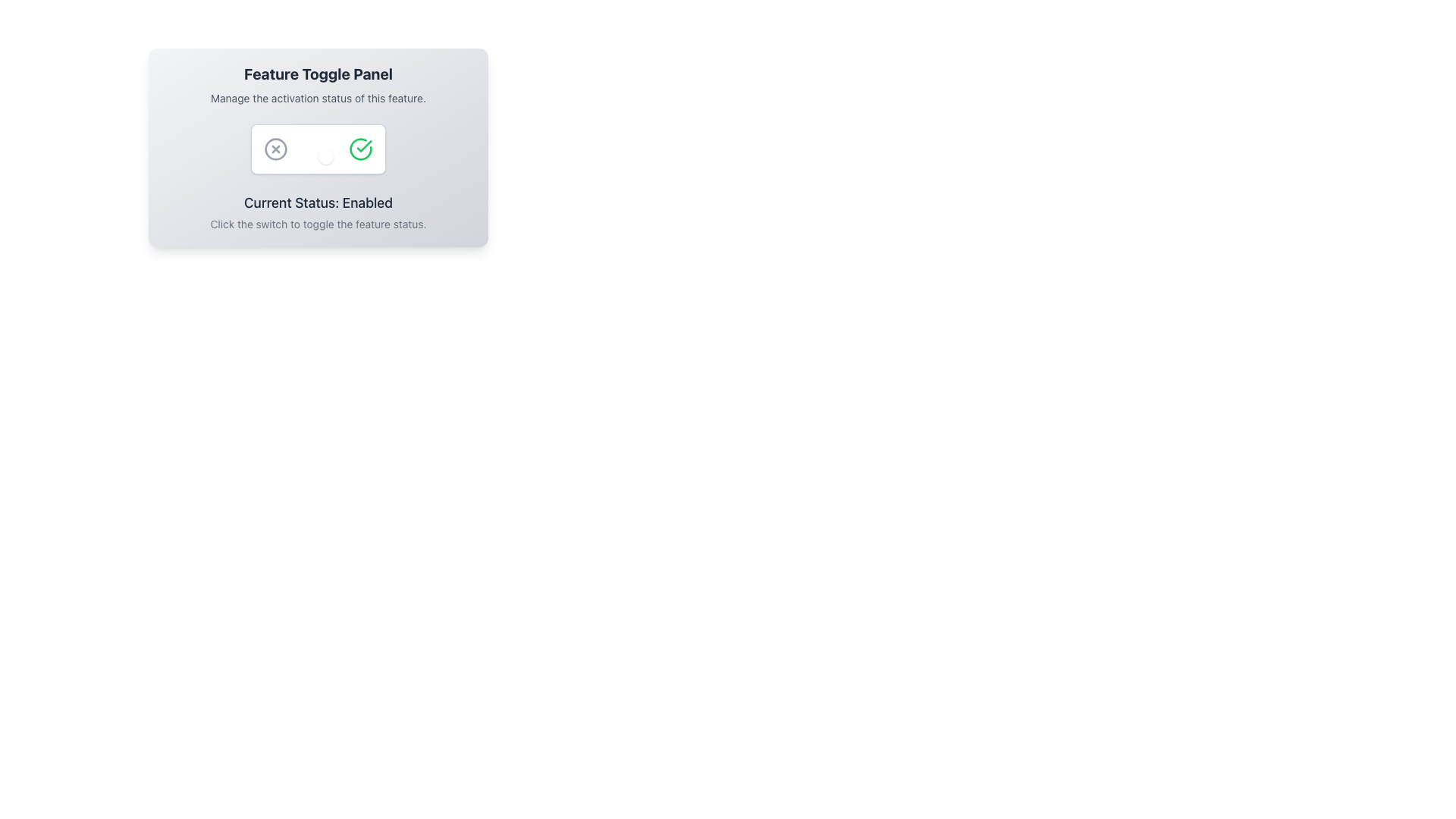  What do you see at coordinates (317, 212) in the screenshot?
I see `the Informational Text Block that announces 'Current Status: Enabled' and instructs 'Click the switch to toggle the feature status.'` at bounding box center [317, 212].